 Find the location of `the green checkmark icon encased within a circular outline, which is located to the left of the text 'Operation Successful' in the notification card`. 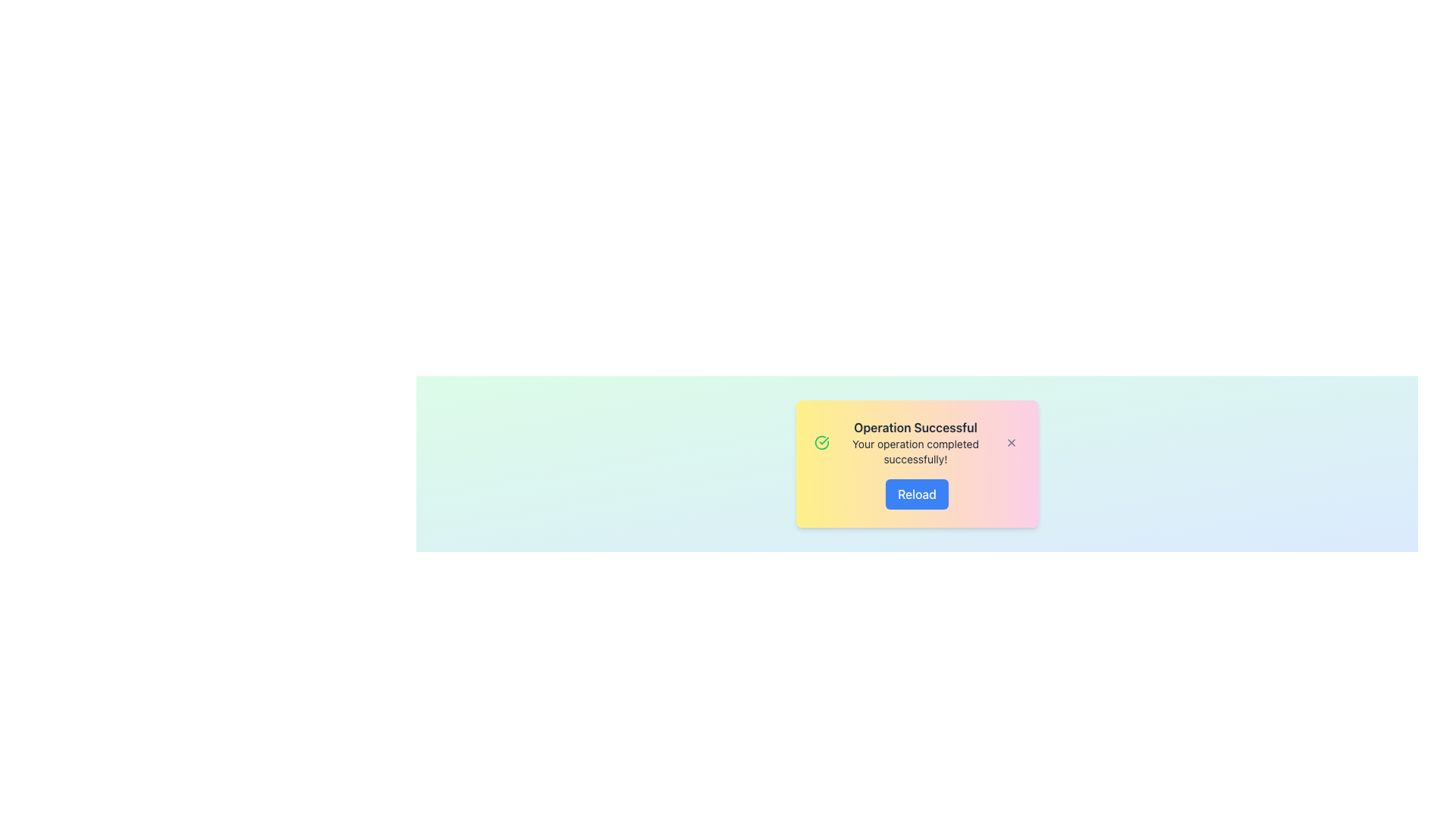

the green checkmark icon encased within a circular outline, which is located to the left of the text 'Operation Successful' in the notification card is located at coordinates (821, 442).